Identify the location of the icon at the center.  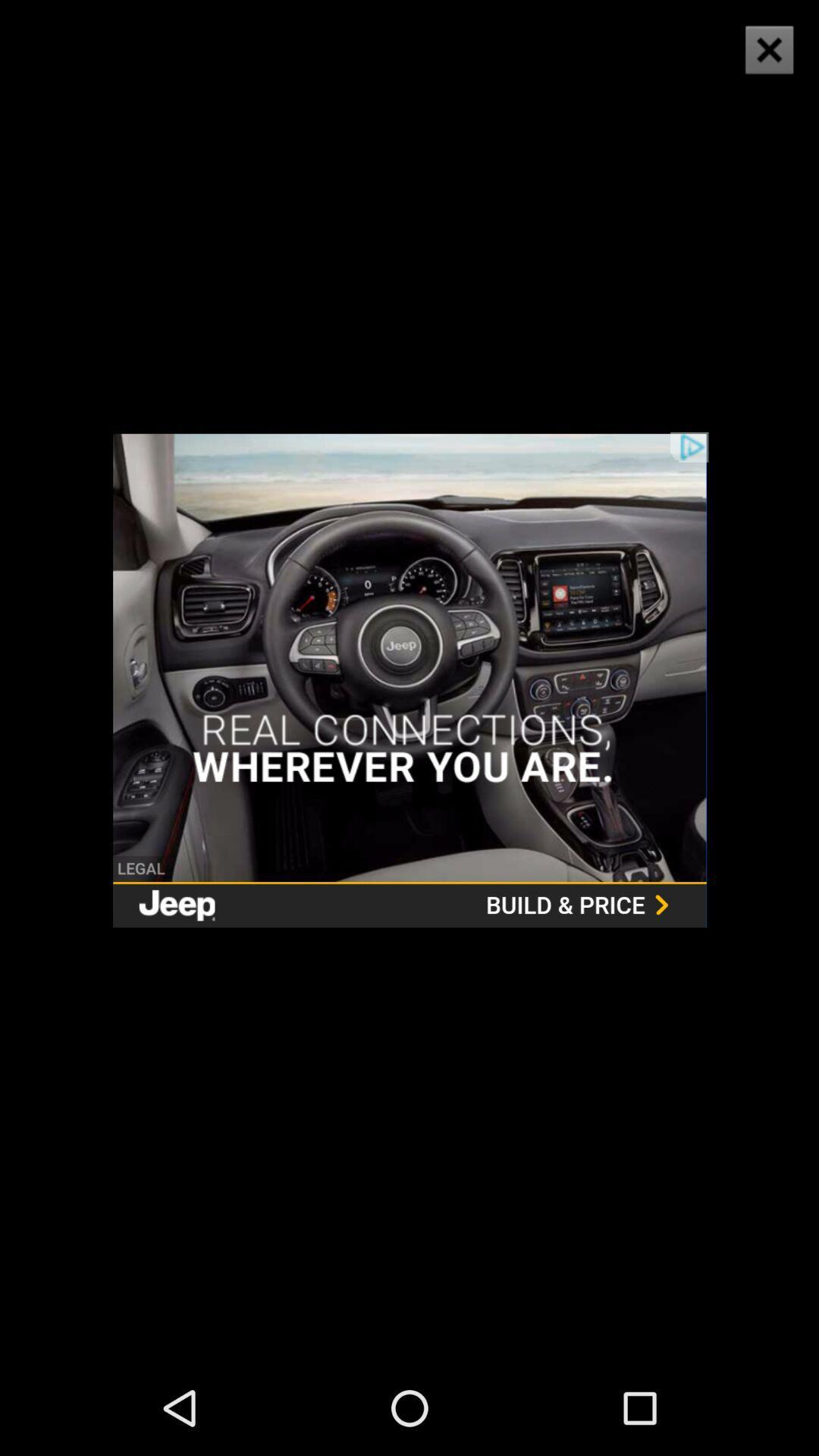
(409, 679).